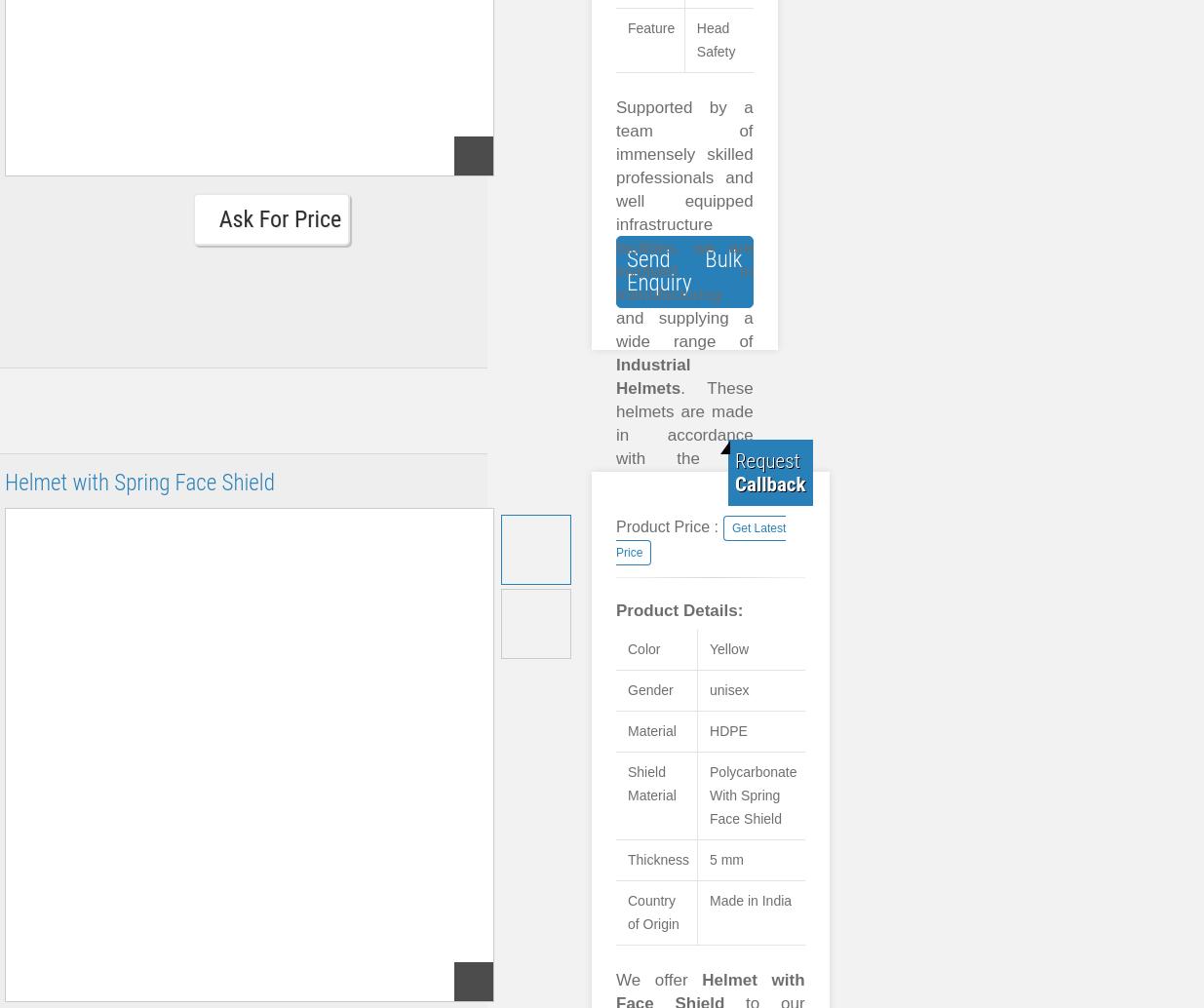 The image size is (1204, 1008). Describe the element at coordinates (770, 484) in the screenshot. I see `'Callback'` at that location.